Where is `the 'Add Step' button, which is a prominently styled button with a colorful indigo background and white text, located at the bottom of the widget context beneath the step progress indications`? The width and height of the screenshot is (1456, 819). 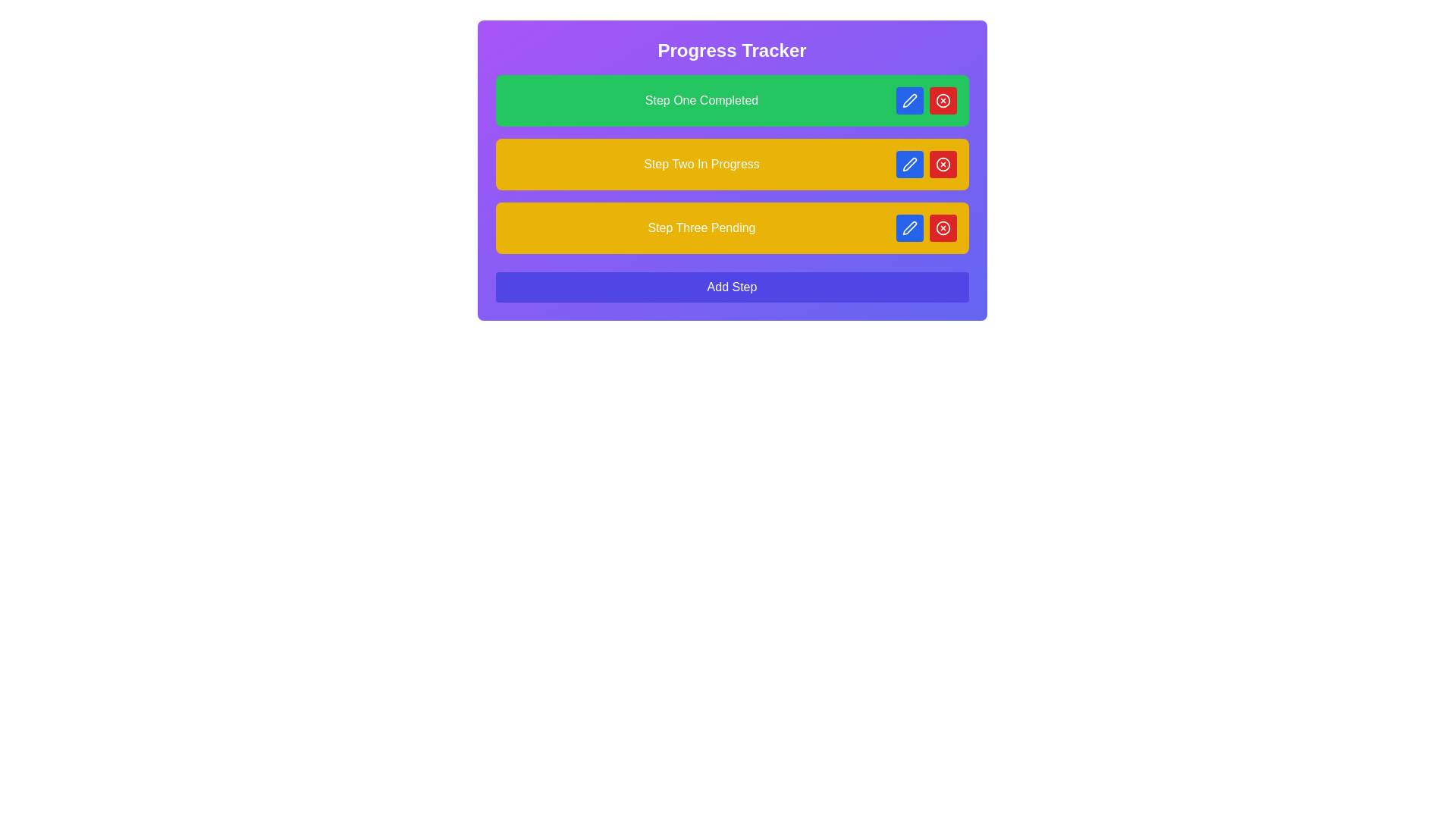
the 'Add Step' button, which is a prominently styled button with a colorful indigo background and white text, located at the bottom of the widget context beneath the step progress indications is located at coordinates (732, 287).